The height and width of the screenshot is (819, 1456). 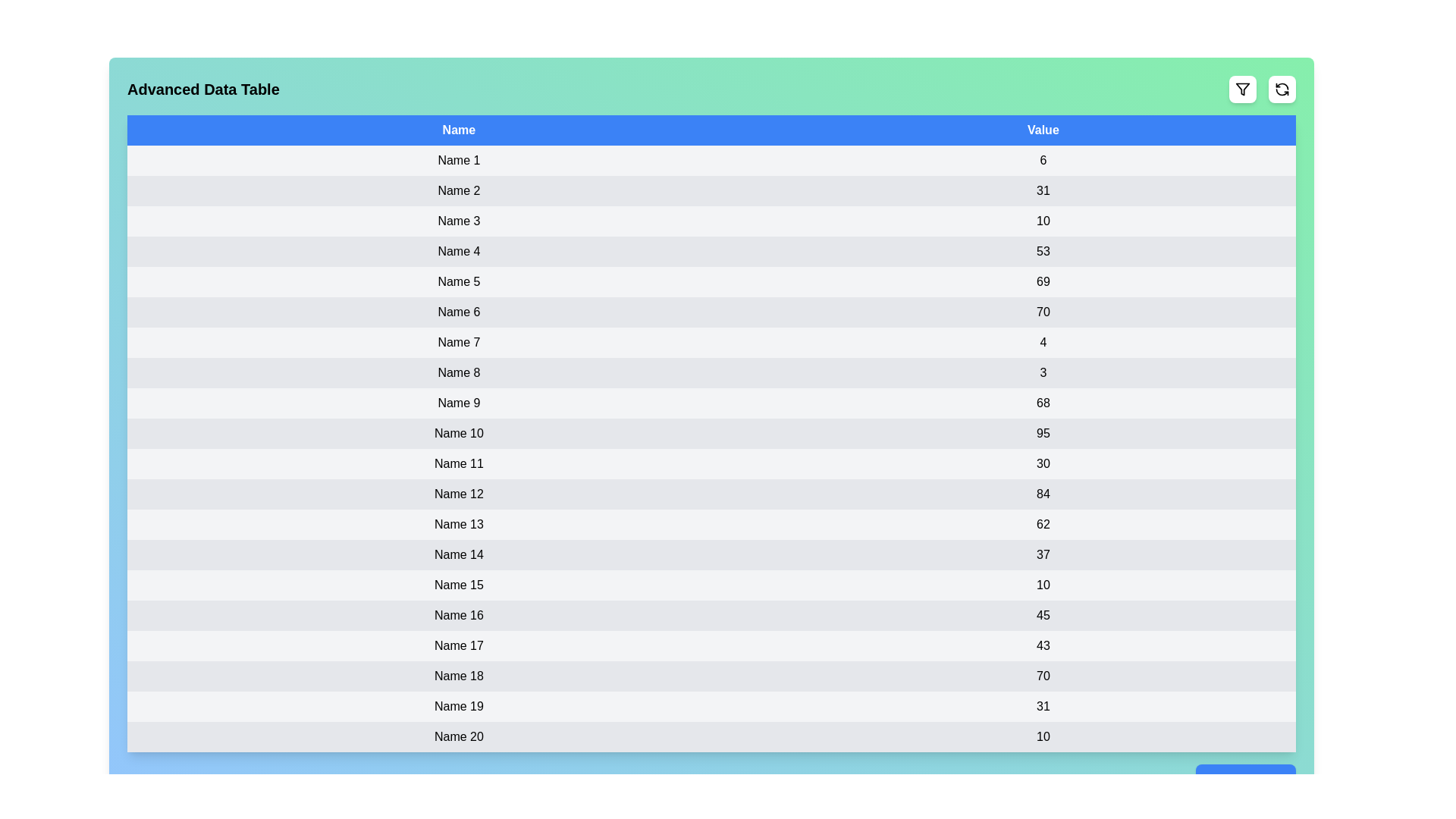 I want to click on the refresh button to refresh the data in the table, so click(x=1281, y=89).